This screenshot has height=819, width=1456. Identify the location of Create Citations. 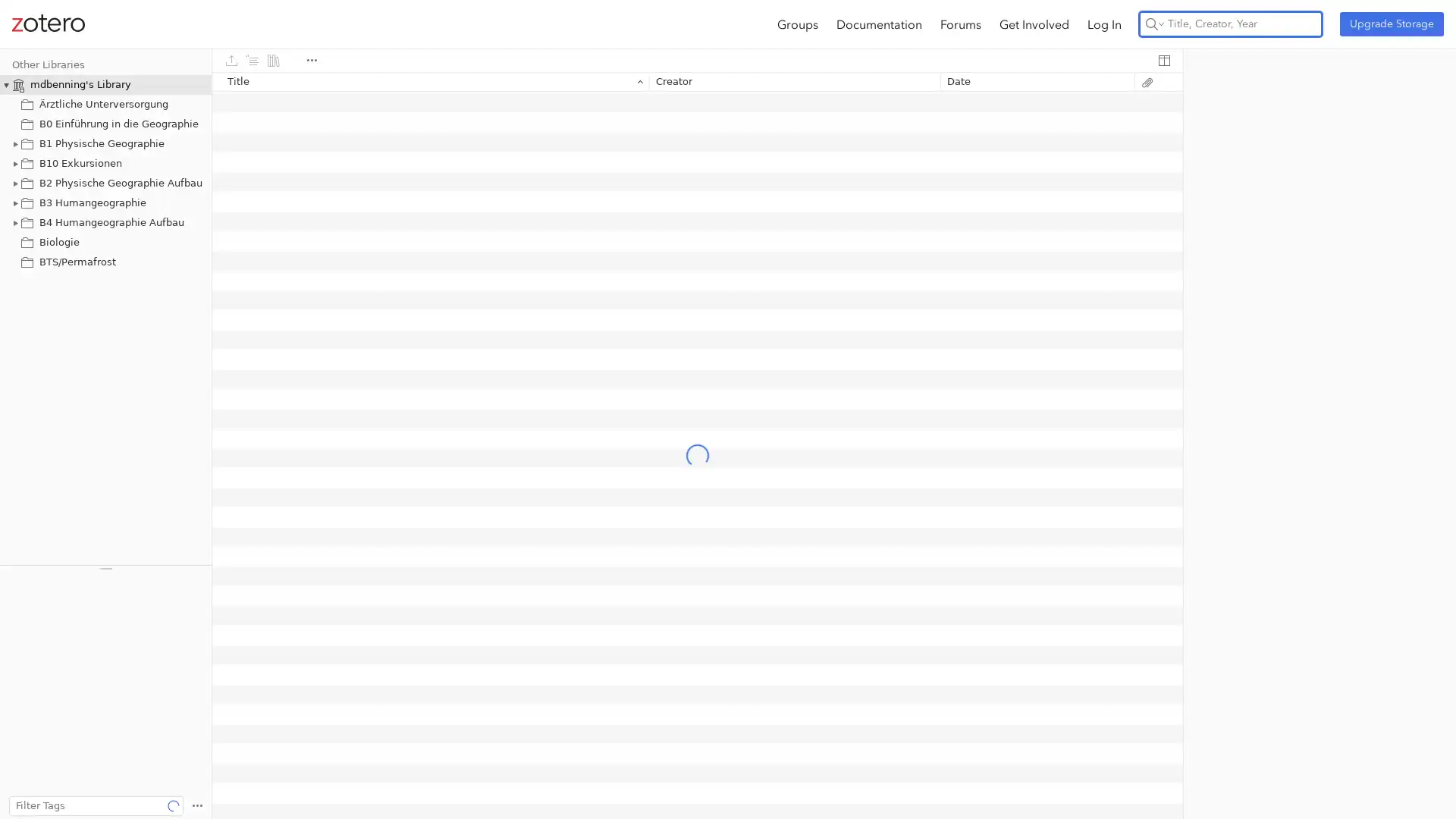
(252, 60).